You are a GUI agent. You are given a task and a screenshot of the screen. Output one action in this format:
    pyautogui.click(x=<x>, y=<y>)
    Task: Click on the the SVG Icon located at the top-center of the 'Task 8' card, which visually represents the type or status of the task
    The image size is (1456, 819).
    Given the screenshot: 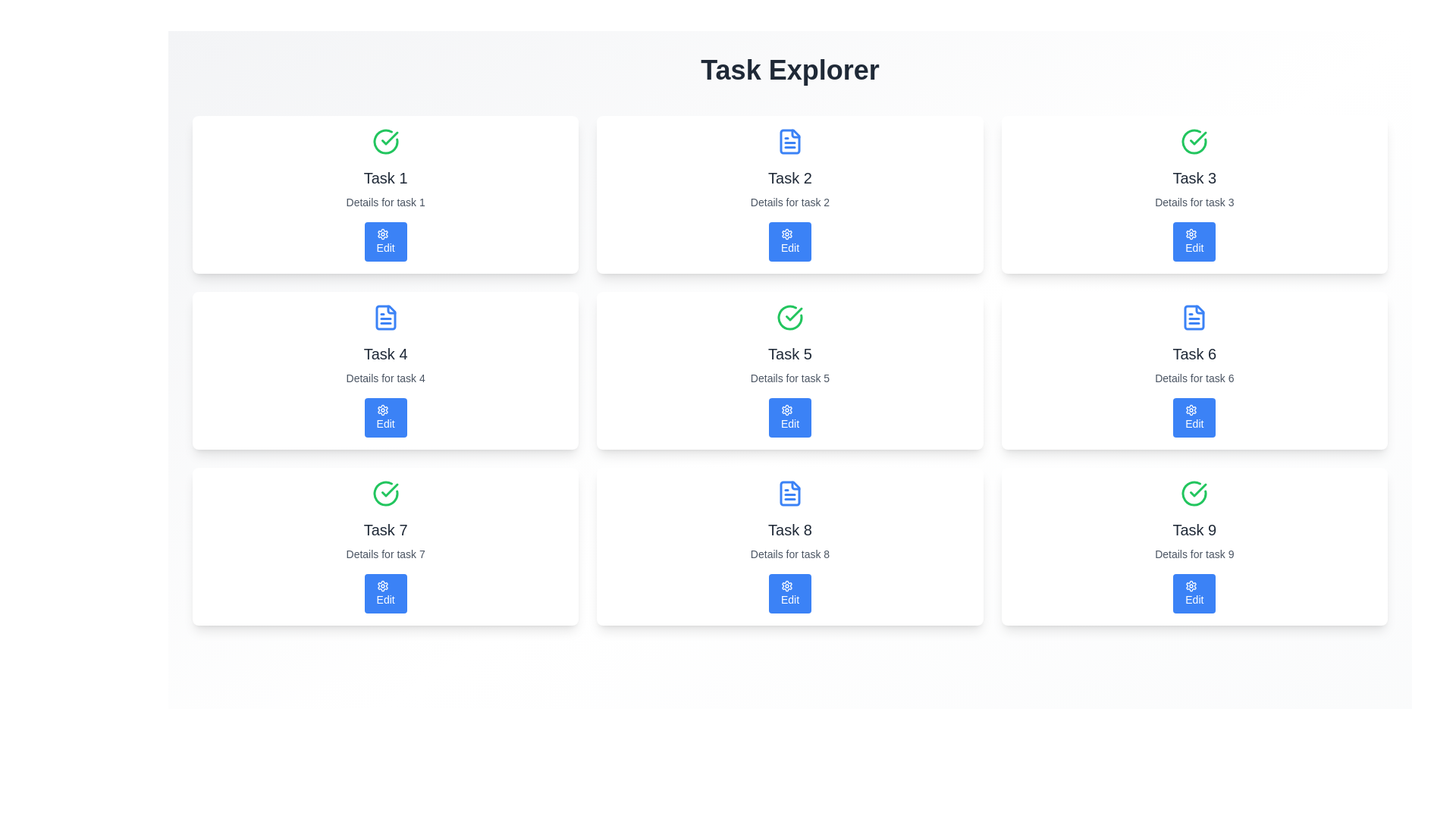 What is the action you would take?
    pyautogui.click(x=789, y=494)
    